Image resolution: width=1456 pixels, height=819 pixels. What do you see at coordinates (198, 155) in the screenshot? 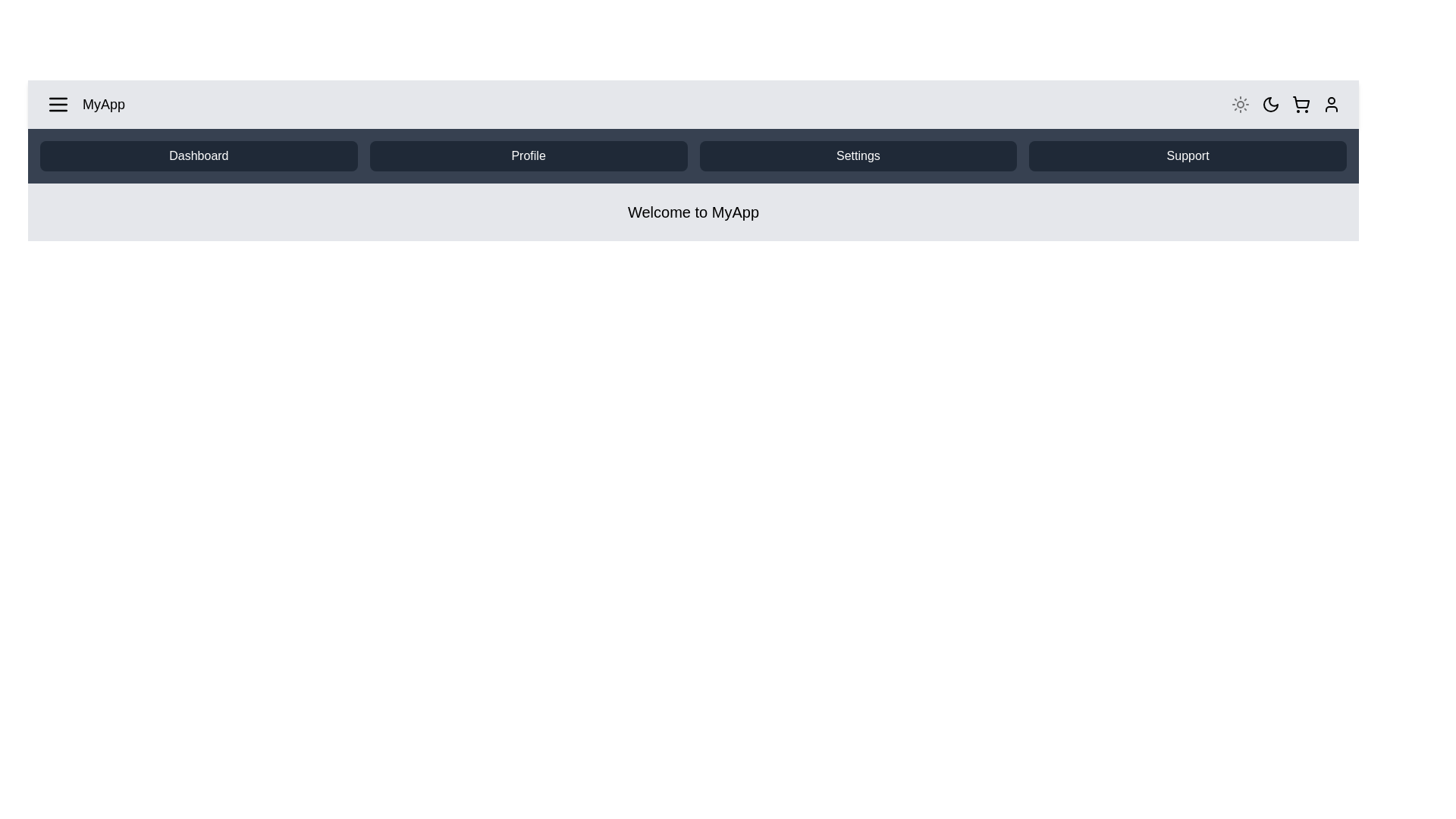
I see `the Dashboard button in the navigation bar` at bounding box center [198, 155].